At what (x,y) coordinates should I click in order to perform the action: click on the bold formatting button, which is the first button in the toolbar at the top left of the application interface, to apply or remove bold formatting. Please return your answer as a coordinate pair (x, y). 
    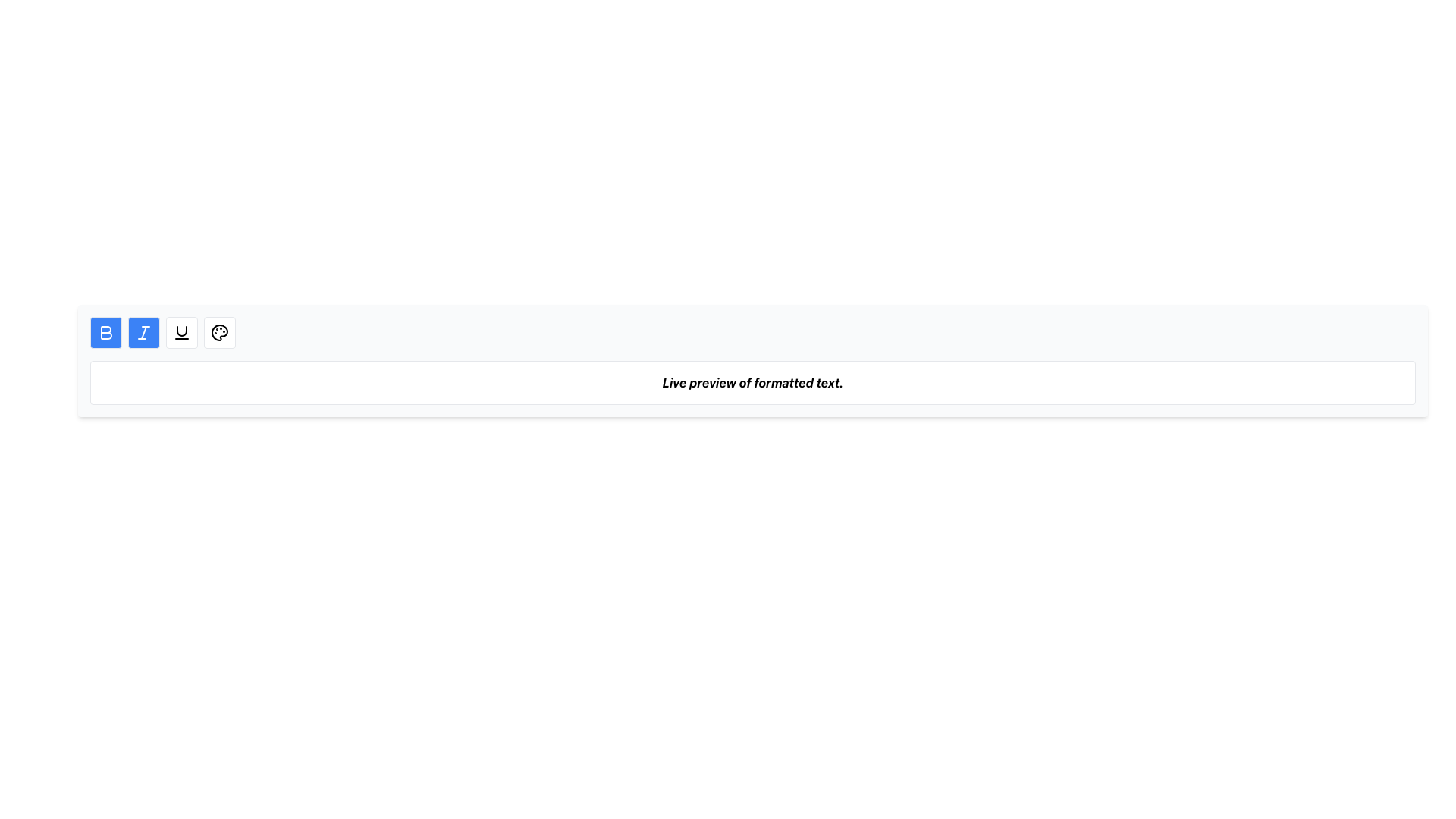
    Looking at the image, I should click on (105, 332).